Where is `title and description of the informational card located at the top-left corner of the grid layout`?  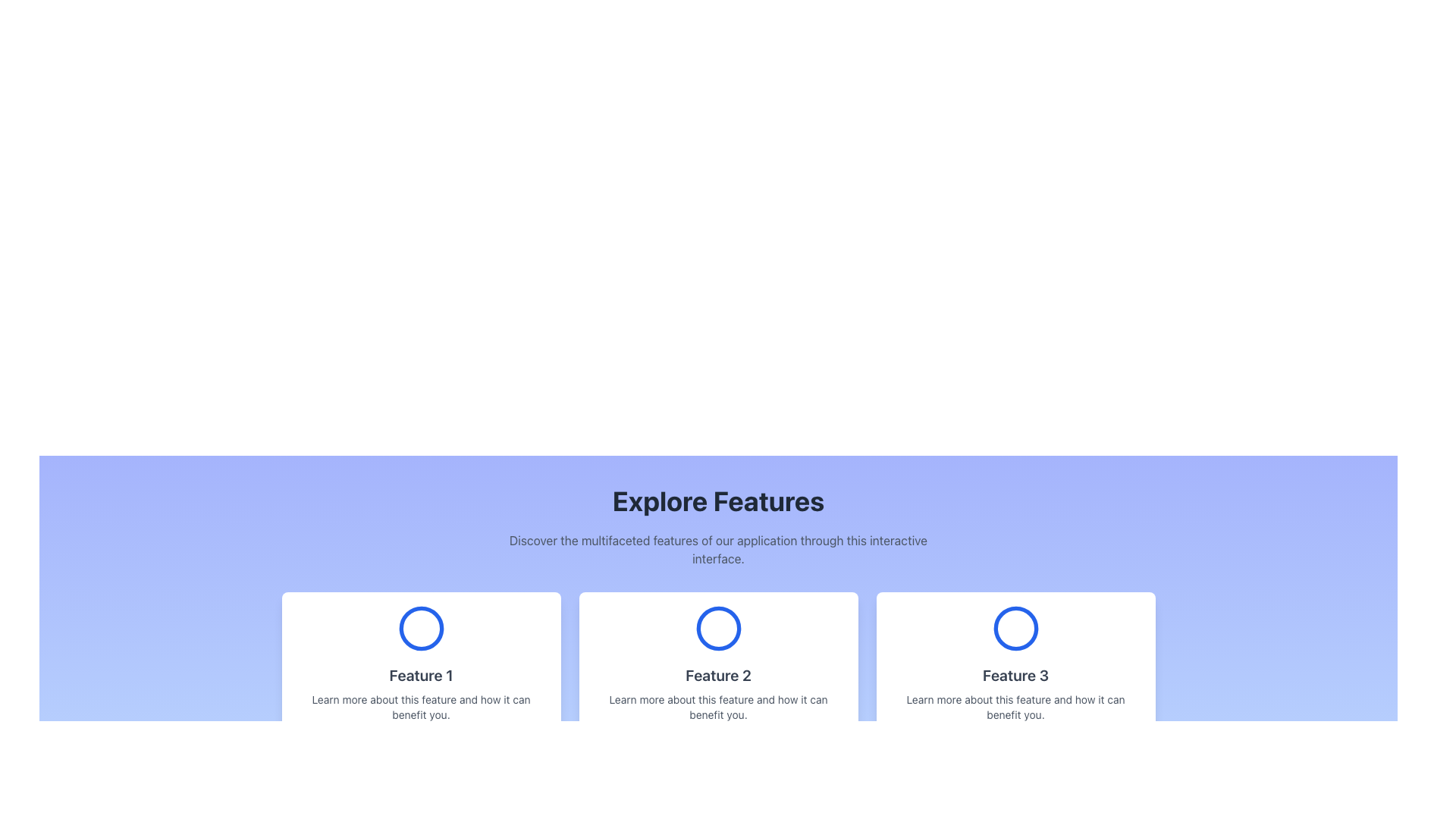 title and description of the informational card located at the top-left corner of the grid layout is located at coordinates (421, 677).